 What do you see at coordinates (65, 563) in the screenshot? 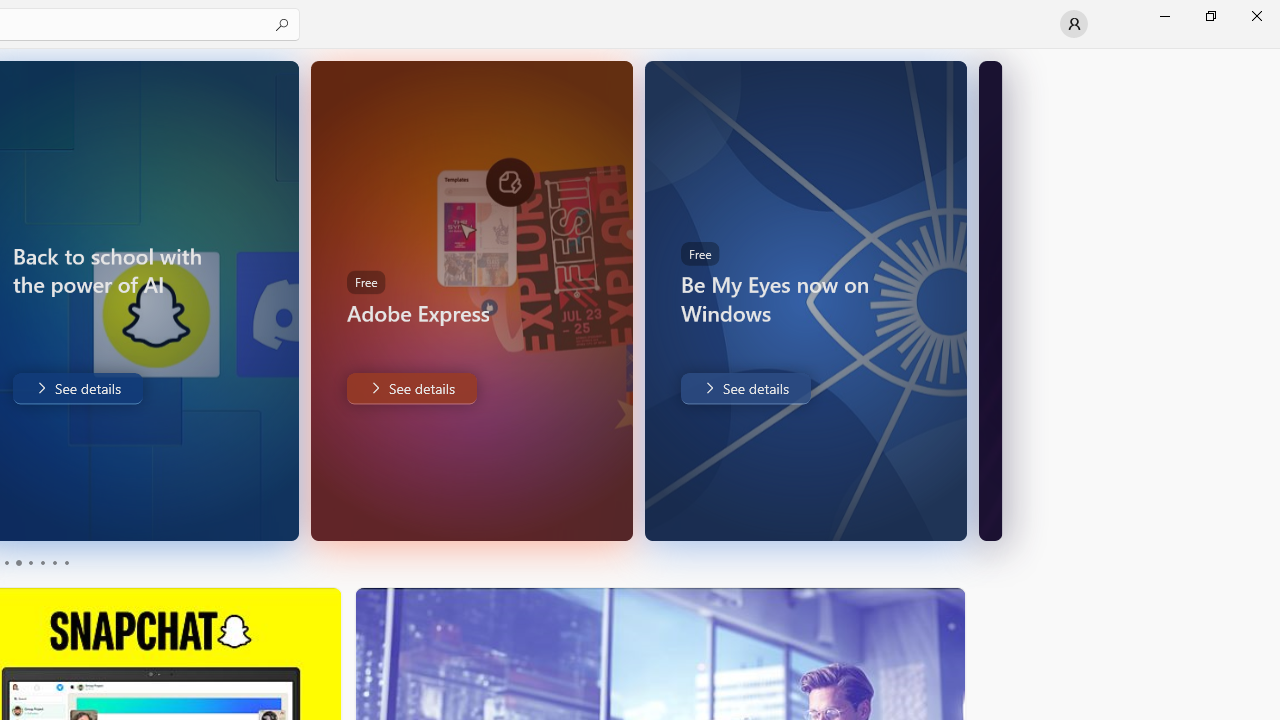
I see `'Page 6'` at bounding box center [65, 563].